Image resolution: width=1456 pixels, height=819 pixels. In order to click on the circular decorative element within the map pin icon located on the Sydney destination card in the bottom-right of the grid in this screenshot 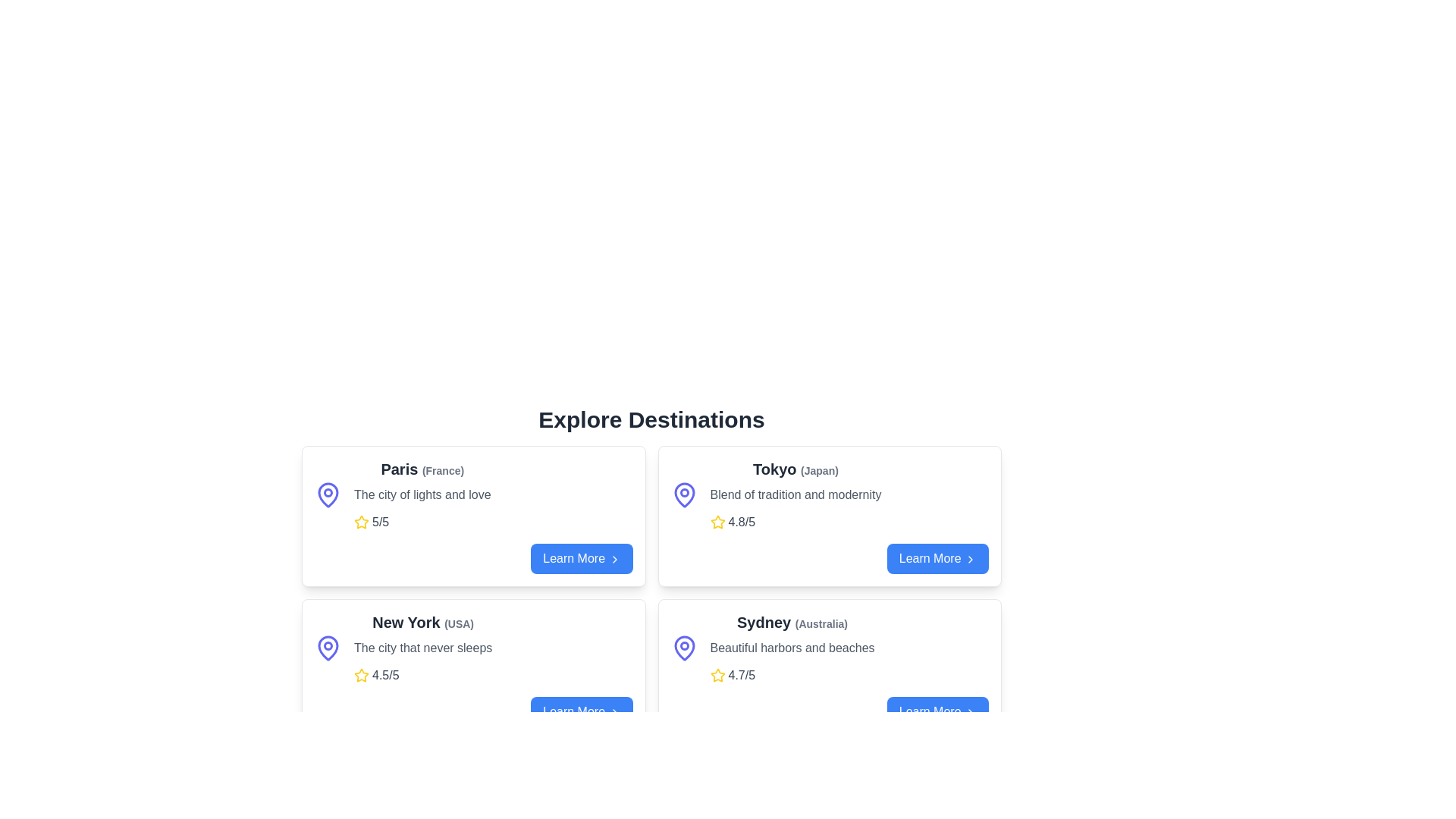, I will do `click(683, 646)`.